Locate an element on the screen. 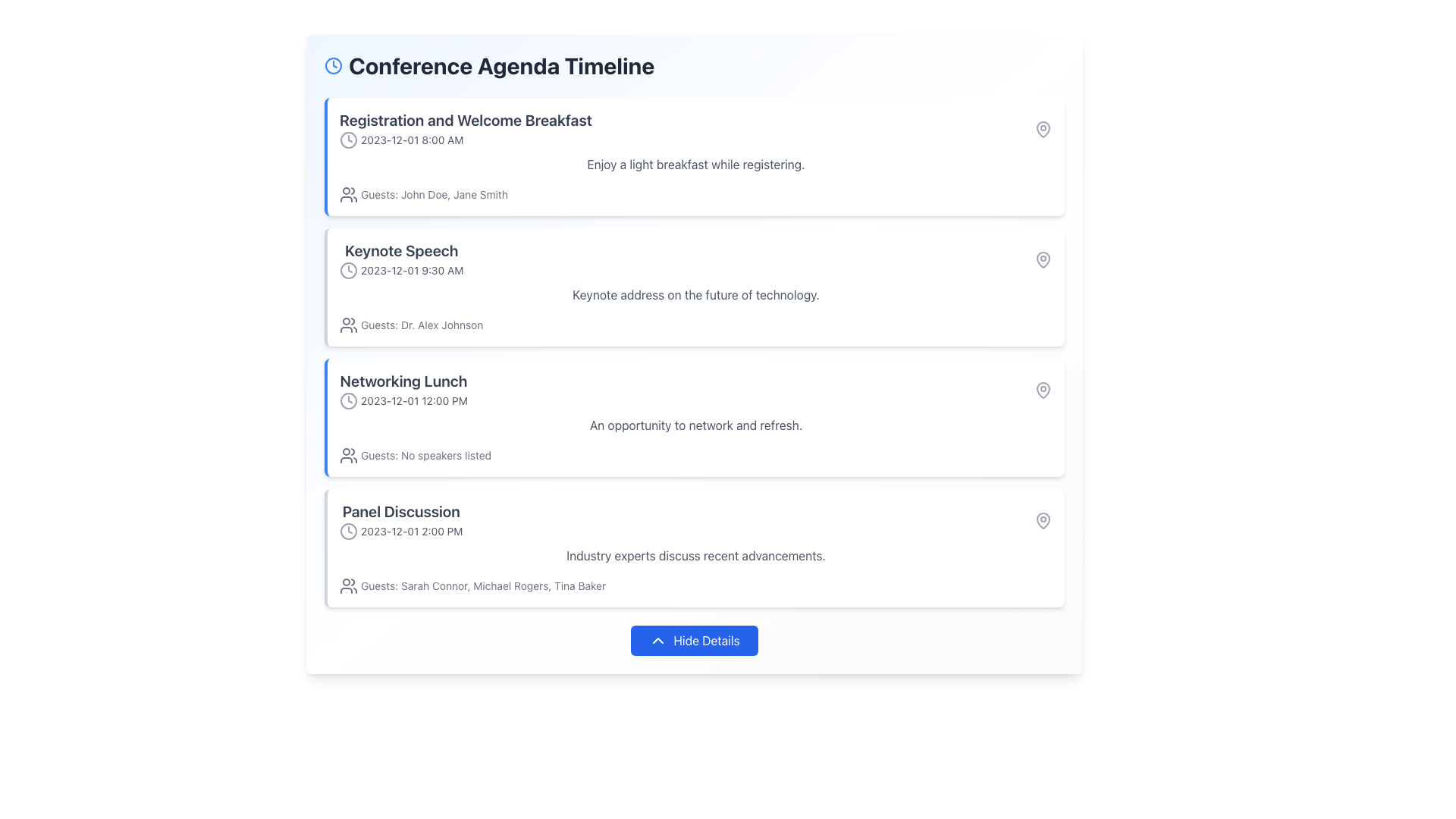  text heading located in the fourth event card from the top in the 'Conference Agenda Timeline' interface, which summarizes the event described in the card is located at coordinates (401, 512).